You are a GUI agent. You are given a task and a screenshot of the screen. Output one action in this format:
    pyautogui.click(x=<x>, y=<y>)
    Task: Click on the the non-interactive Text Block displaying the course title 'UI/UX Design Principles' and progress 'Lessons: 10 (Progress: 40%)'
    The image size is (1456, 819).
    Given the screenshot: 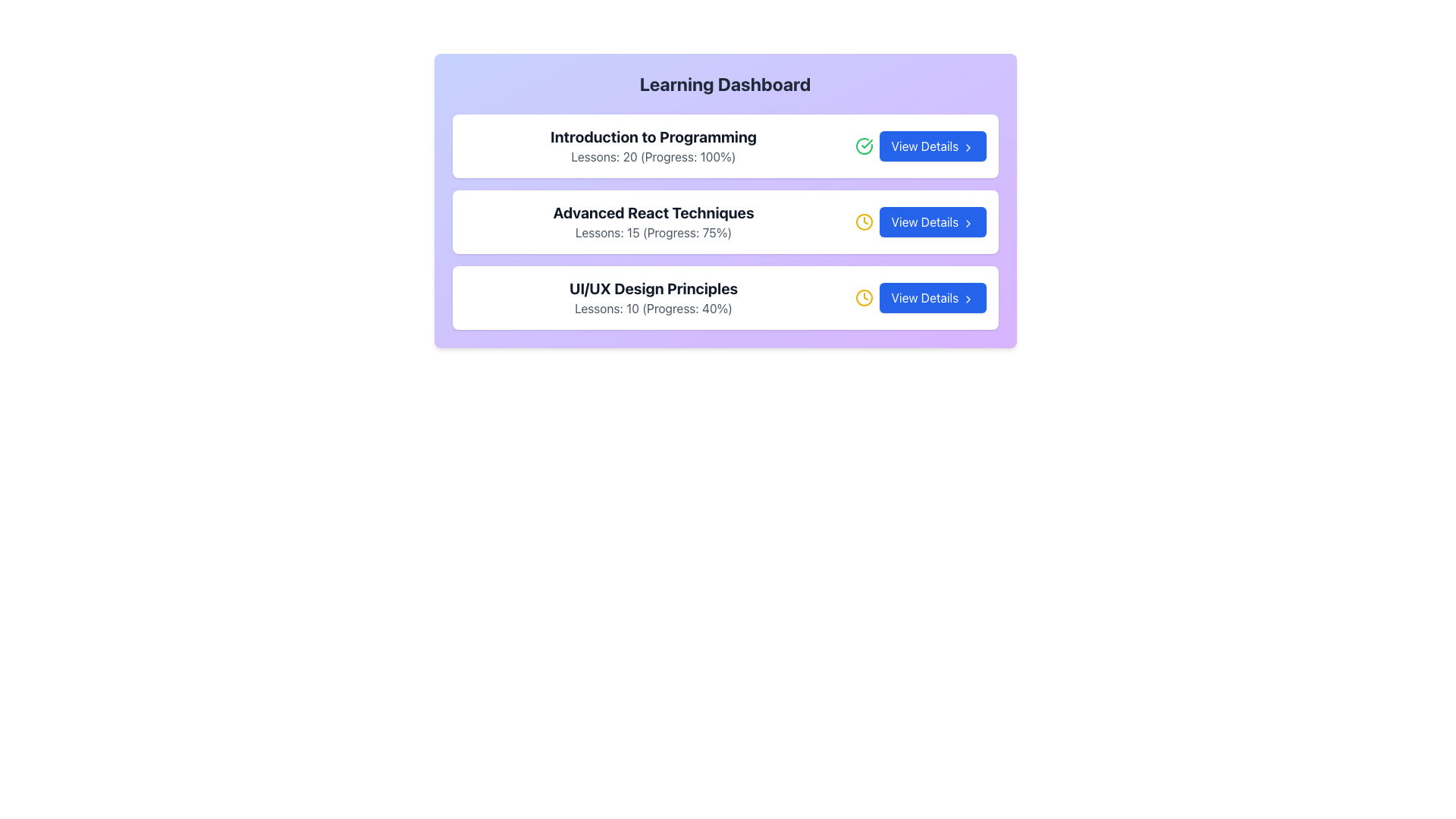 What is the action you would take?
    pyautogui.click(x=654, y=298)
    